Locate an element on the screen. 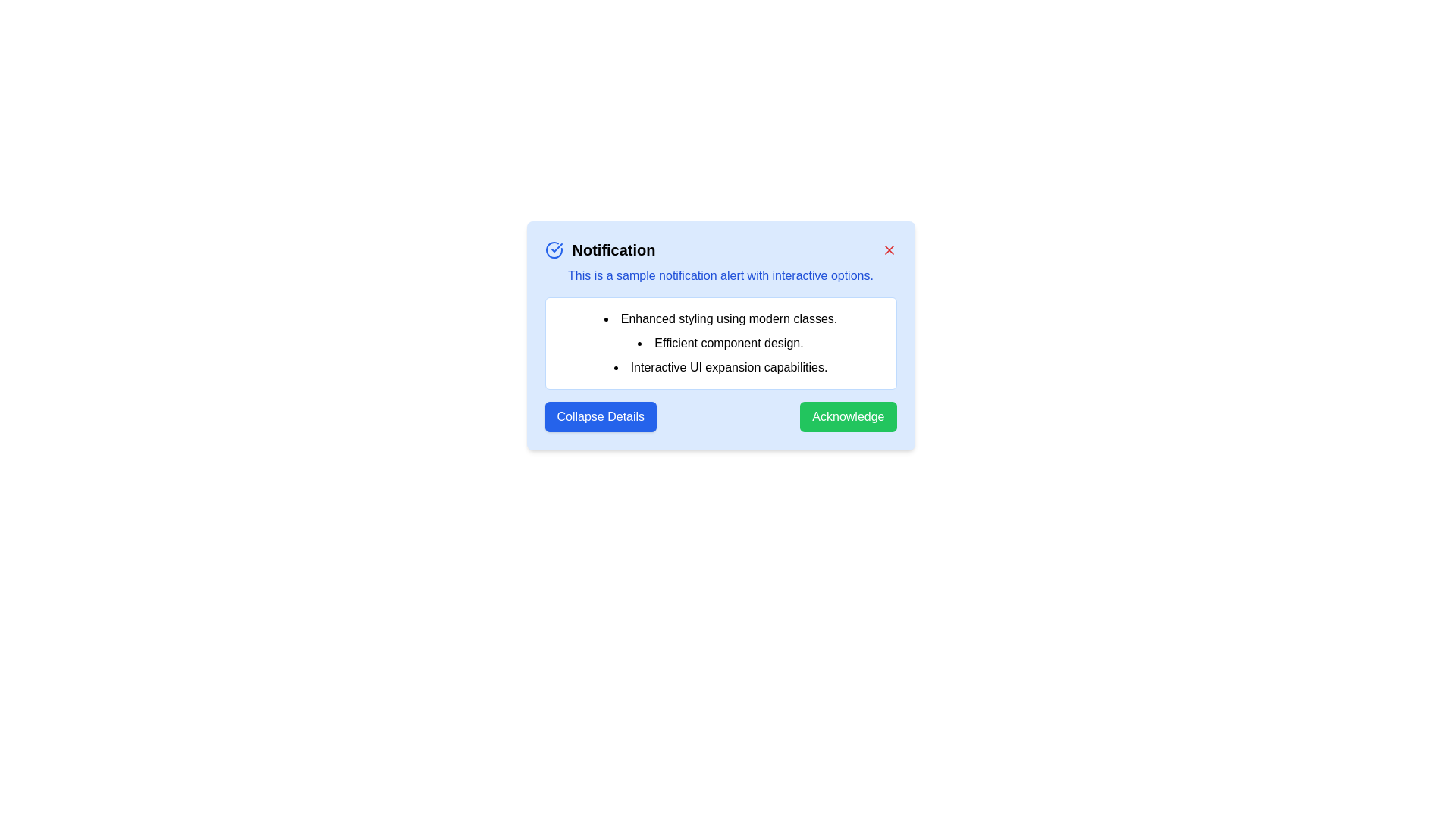 This screenshot has height=819, width=1456. 'Collapse Details' button to toggle the visibility of the additional details section is located at coordinates (600, 417).